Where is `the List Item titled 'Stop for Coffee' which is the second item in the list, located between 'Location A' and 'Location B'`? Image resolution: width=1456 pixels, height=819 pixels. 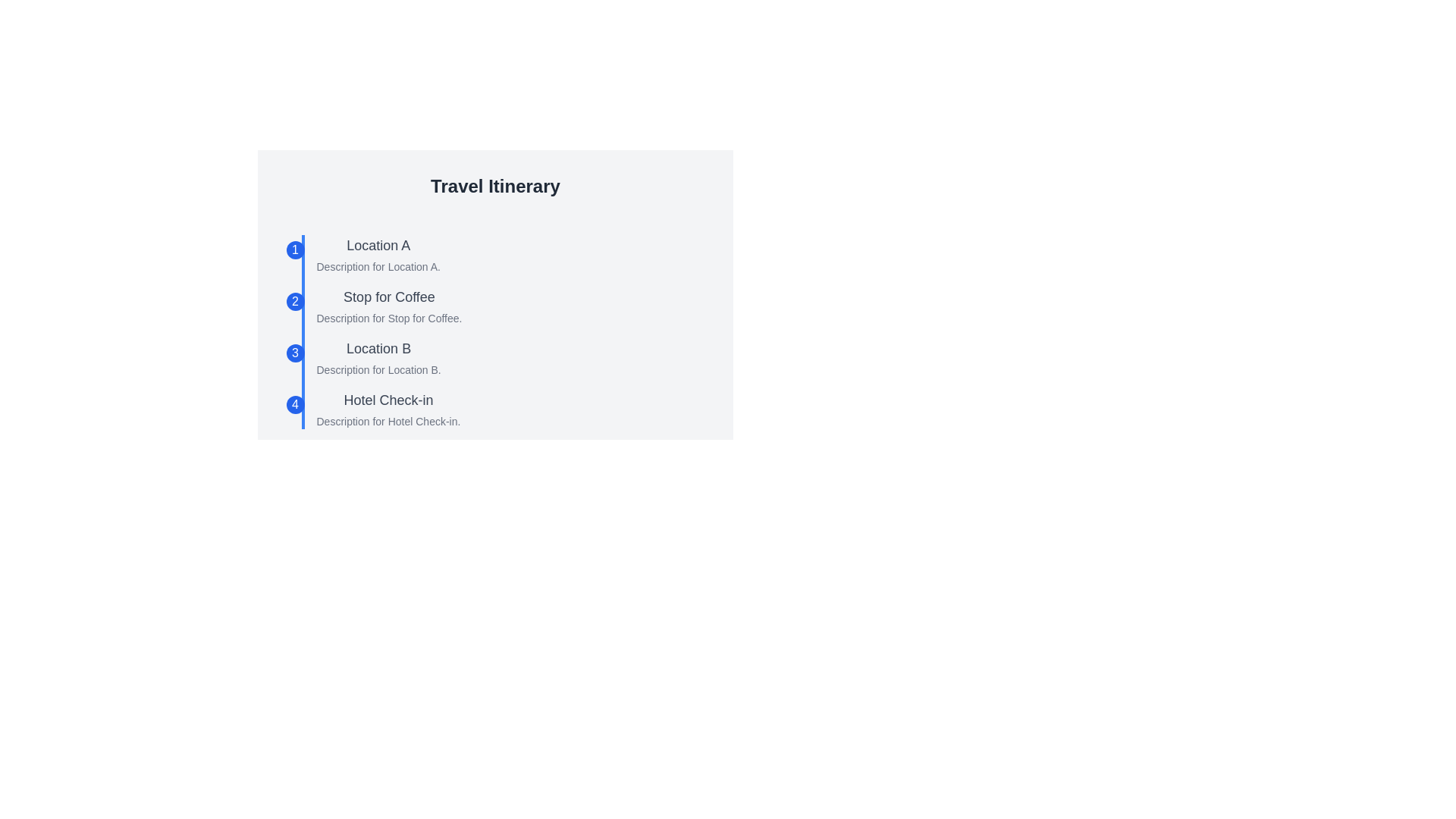 the List Item titled 'Stop for Coffee' which is the second item in the list, located between 'Location A' and 'Location B' is located at coordinates (497, 306).